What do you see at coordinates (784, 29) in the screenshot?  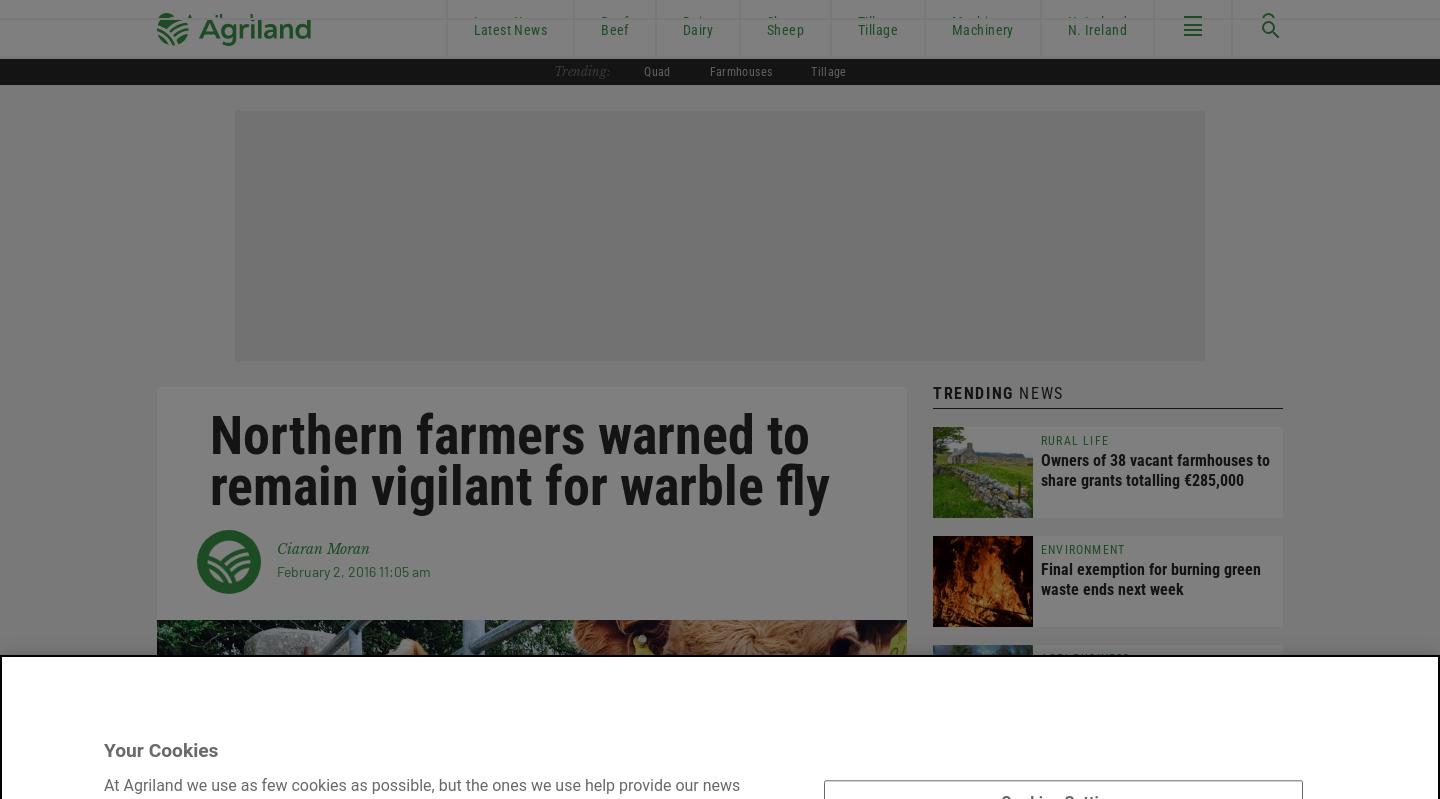 I see `'Sheep'` at bounding box center [784, 29].